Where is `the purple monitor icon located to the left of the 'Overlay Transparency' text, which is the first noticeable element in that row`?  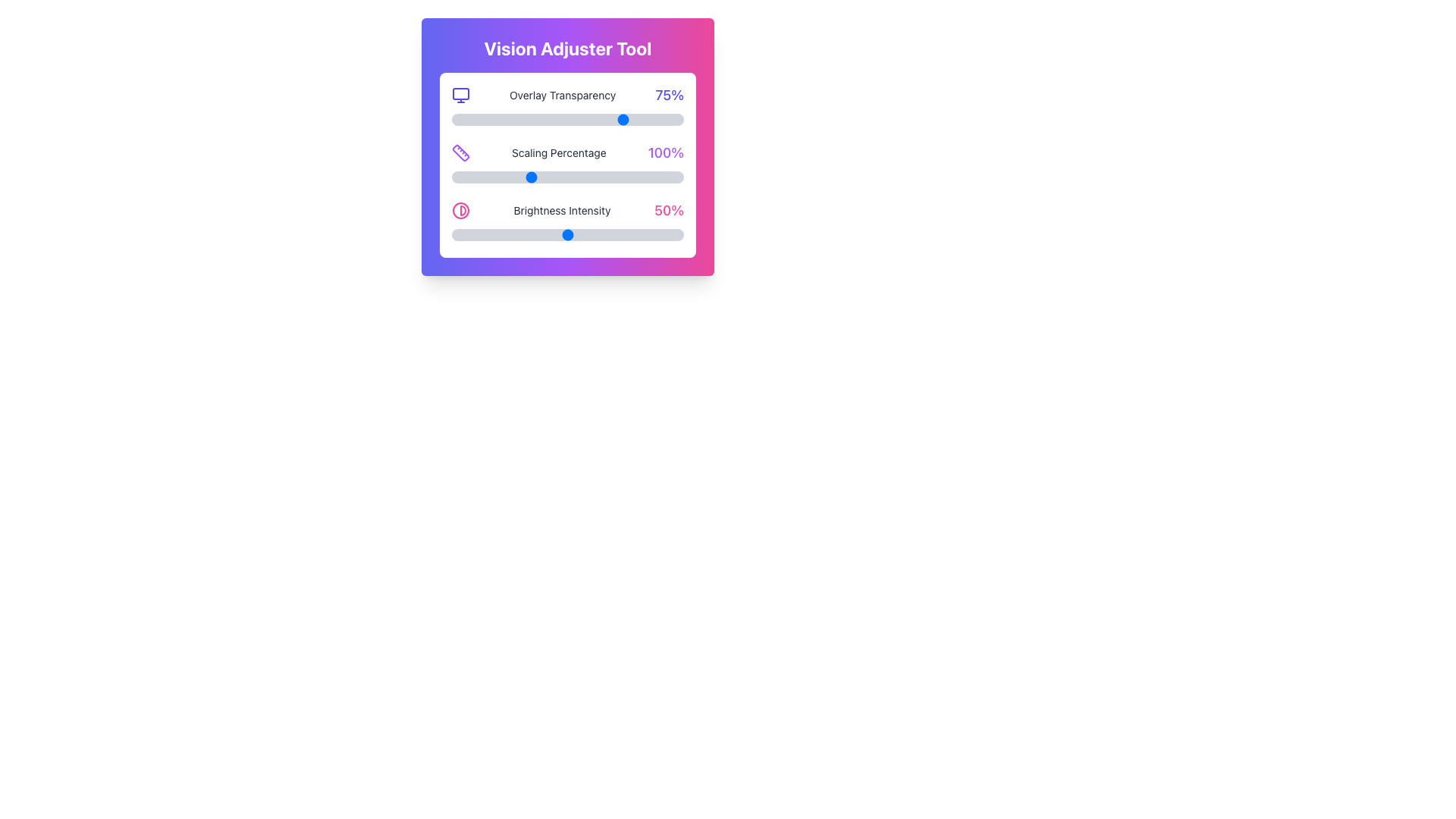 the purple monitor icon located to the left of the 'Overlay Transparency' text, which is the first noticeable element in that row is located at coordinates (460, 96).